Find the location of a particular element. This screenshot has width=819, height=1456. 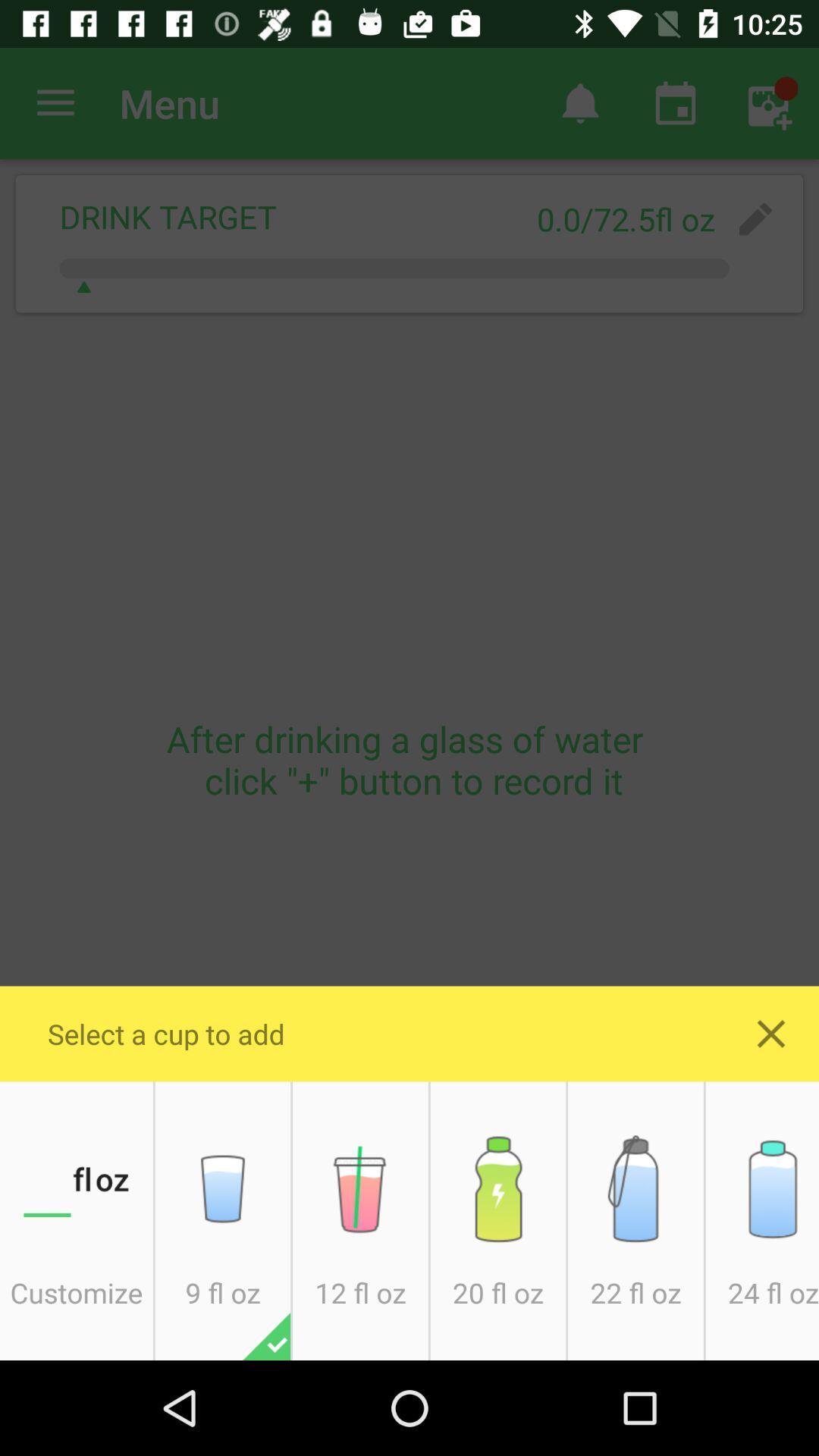

close is located at coordinates (771, 1033).